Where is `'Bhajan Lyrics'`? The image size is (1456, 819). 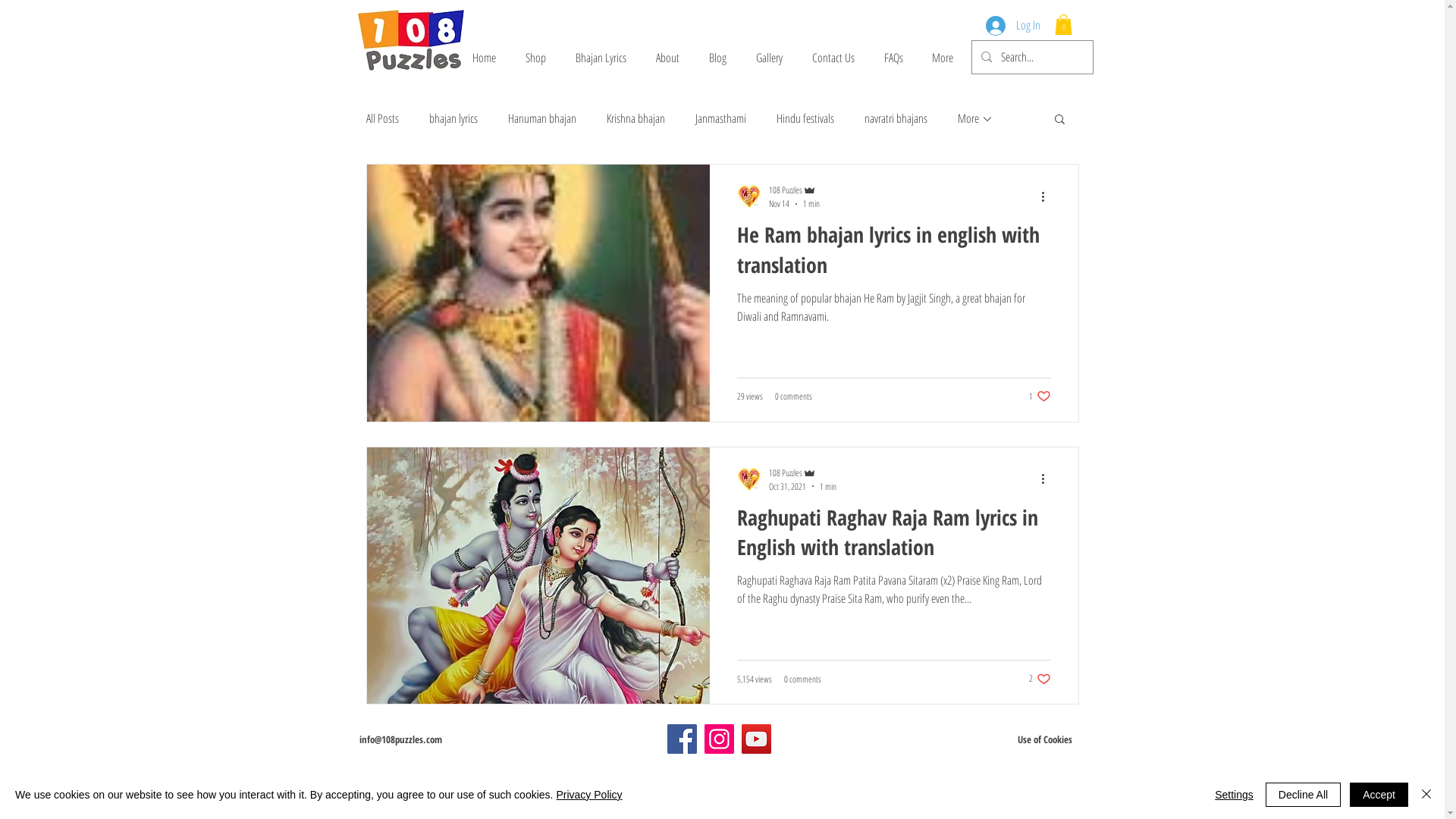 'Bhajan Lyrics' is located at coordinates (600, 57).